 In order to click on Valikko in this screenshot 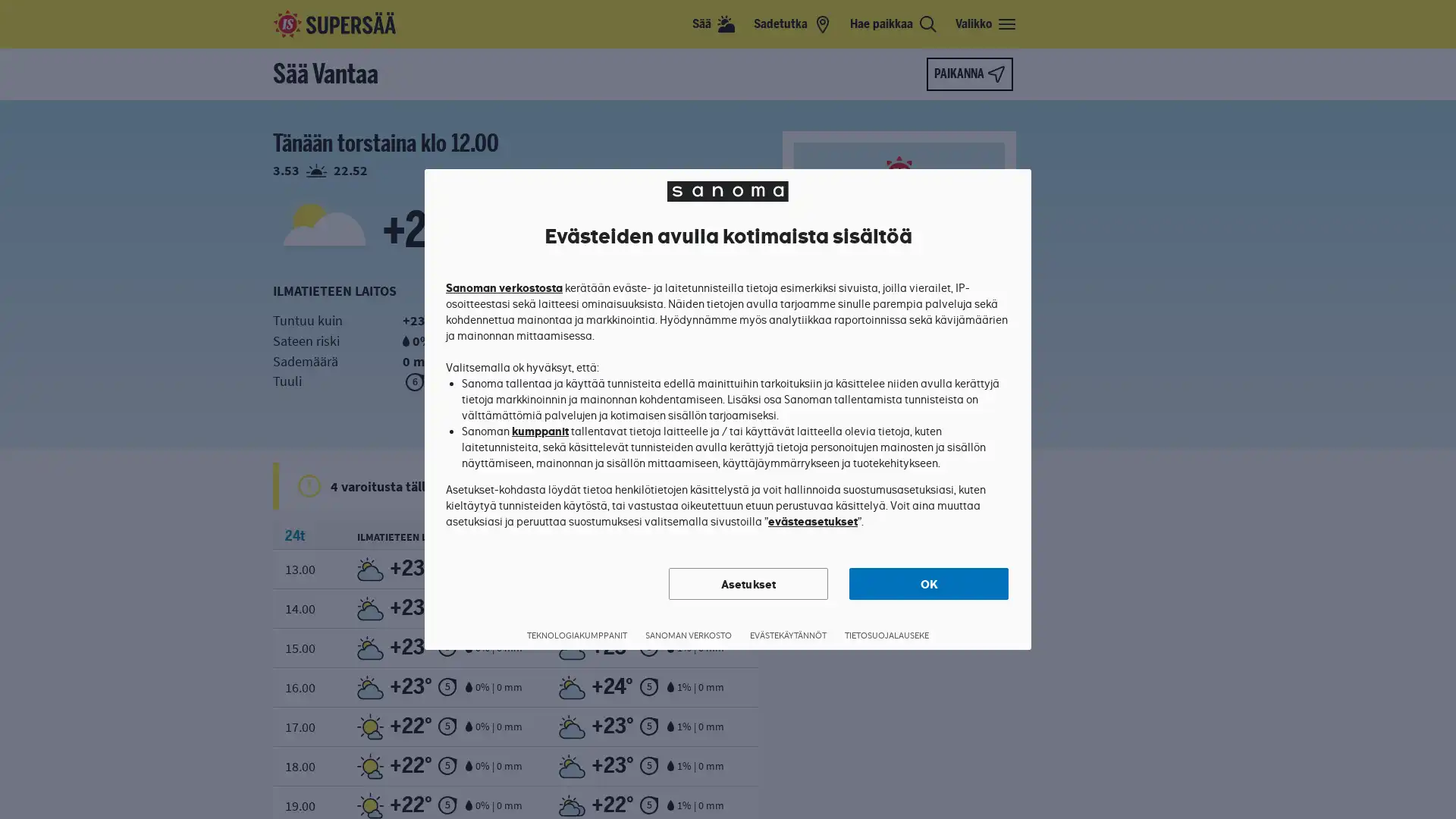, I will do `click(986, 24)`.